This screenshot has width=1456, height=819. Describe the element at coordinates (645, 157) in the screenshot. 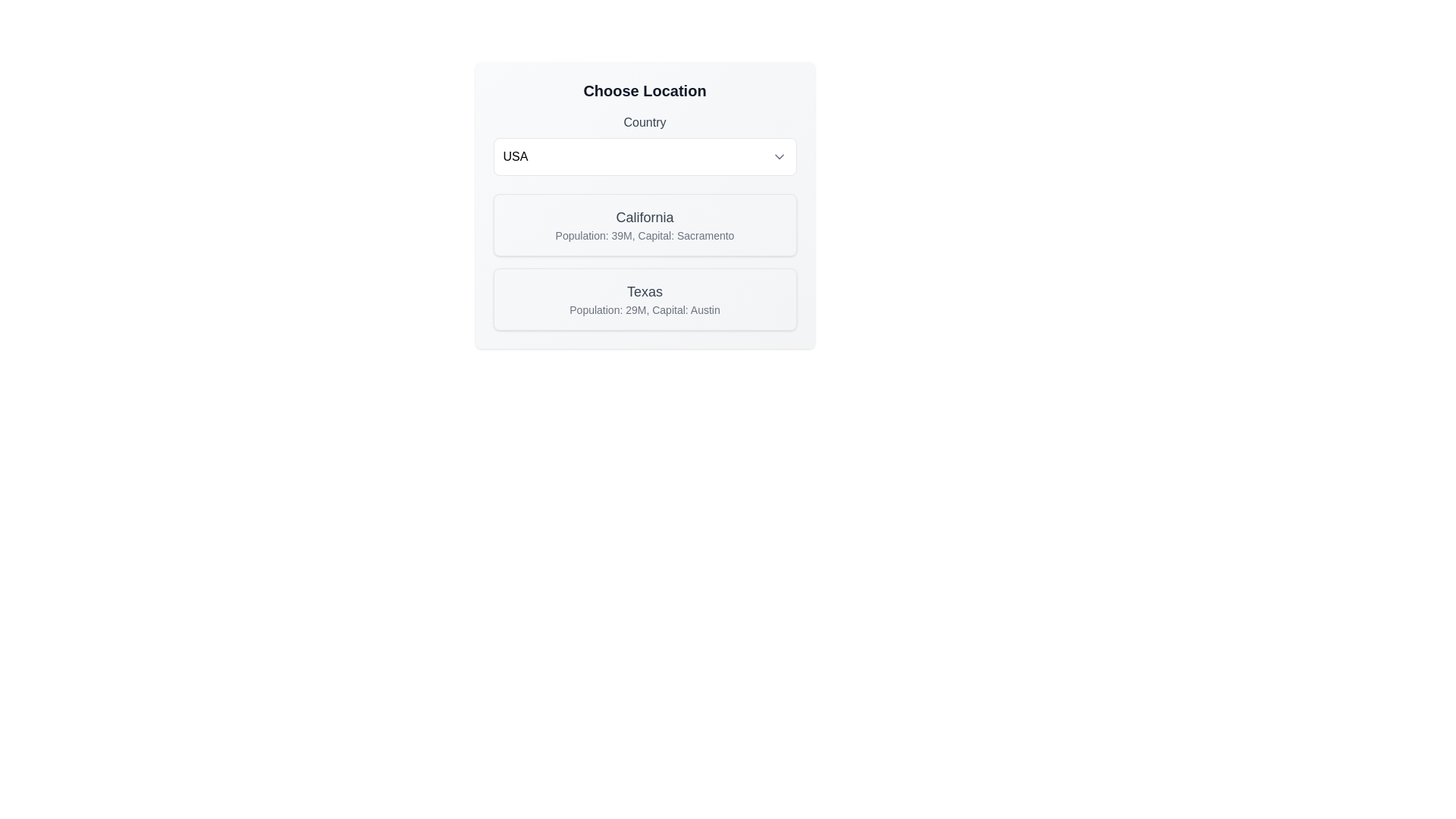

I see `the Dropdown selector for choosing a country, currently displaying 'USA'` at that location.